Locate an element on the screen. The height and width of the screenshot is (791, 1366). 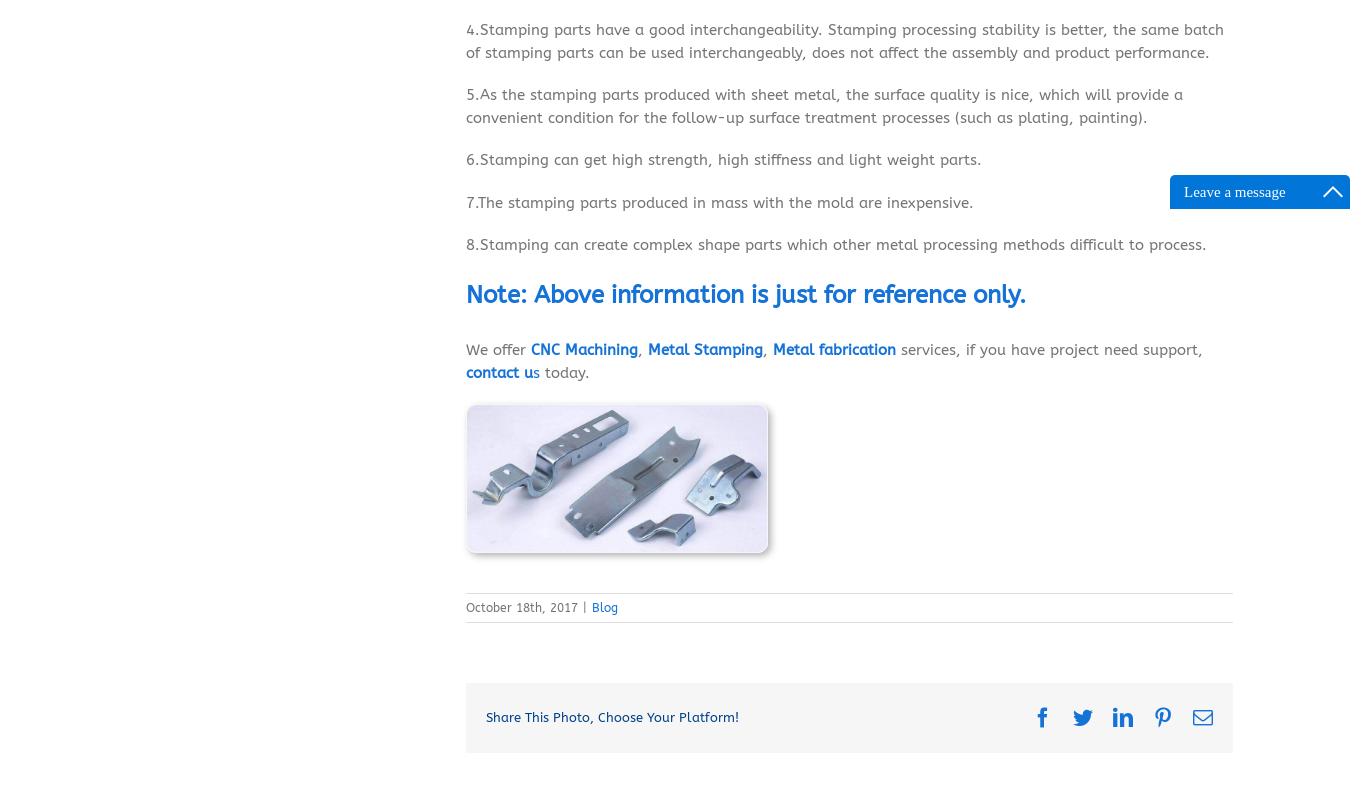
'contact u' is located at coordinates (499, 374).